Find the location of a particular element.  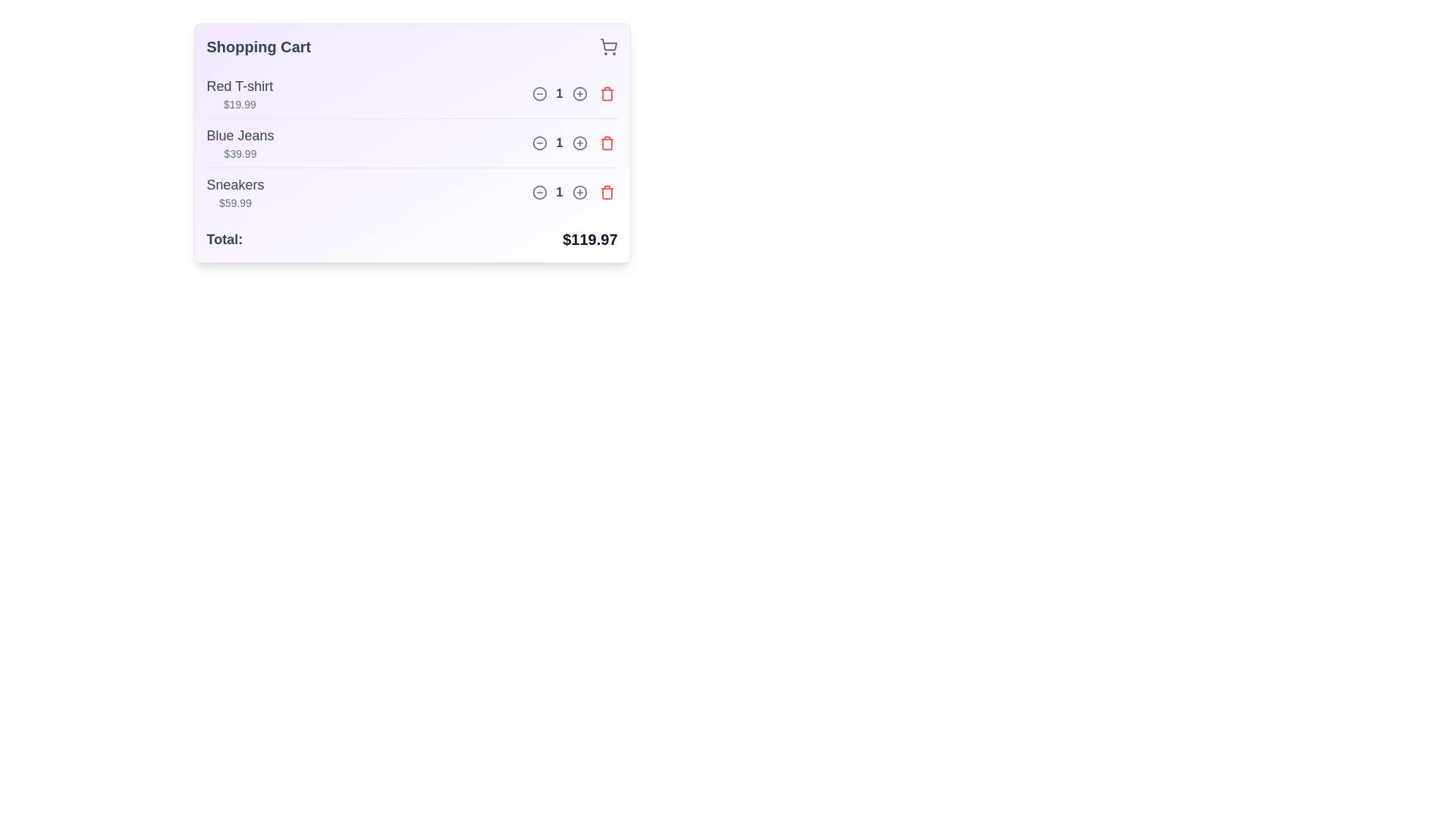

the 'Red T-shirt' text label, which displays the price '$19.99' and is styled with a larger font size in a bold gray color, positioned at the upper left corner of the shopping cart's item list is located at coordinates (239, 93).